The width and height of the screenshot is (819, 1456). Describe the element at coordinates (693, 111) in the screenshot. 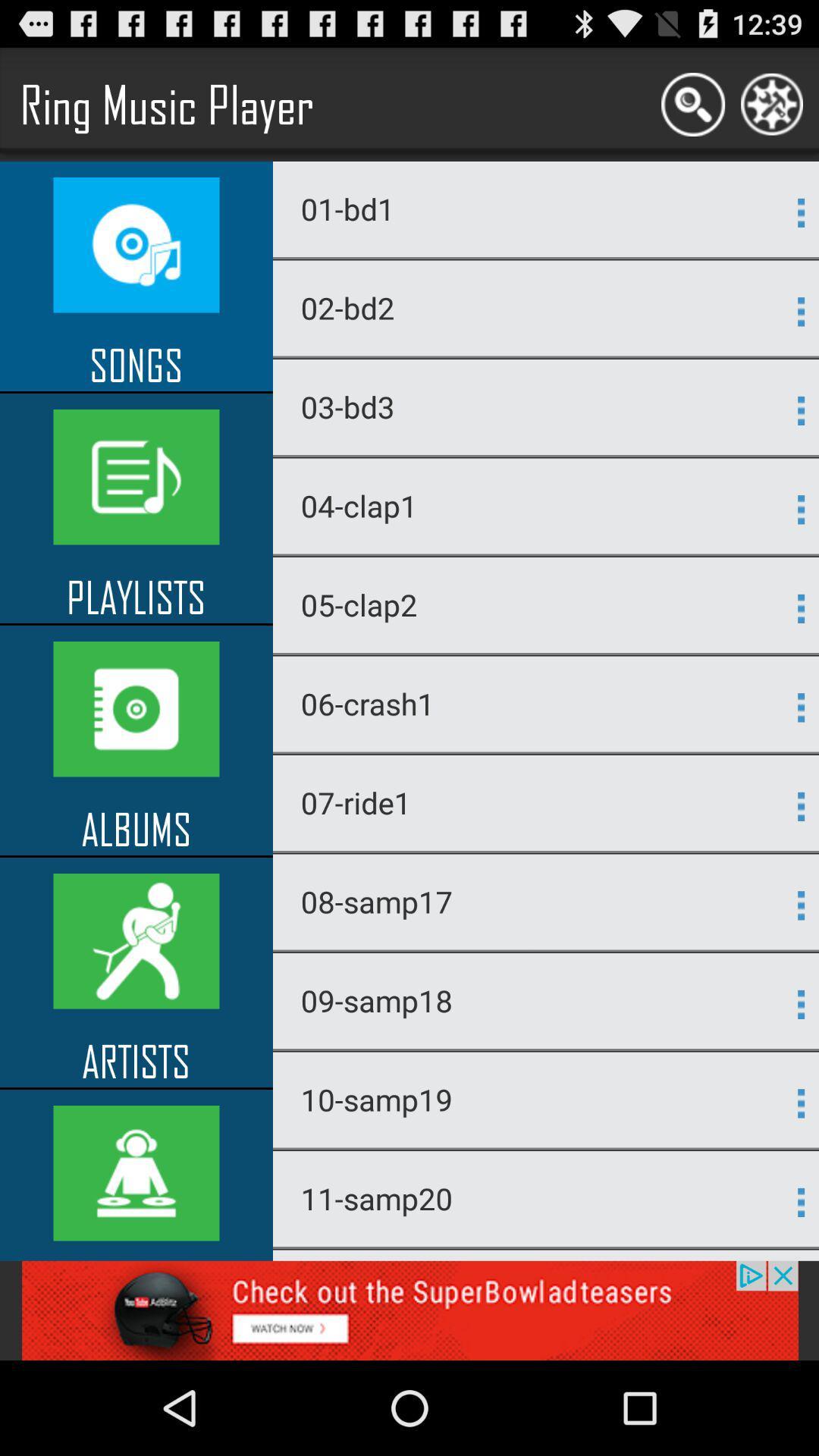

I see `the search icon` at that location.